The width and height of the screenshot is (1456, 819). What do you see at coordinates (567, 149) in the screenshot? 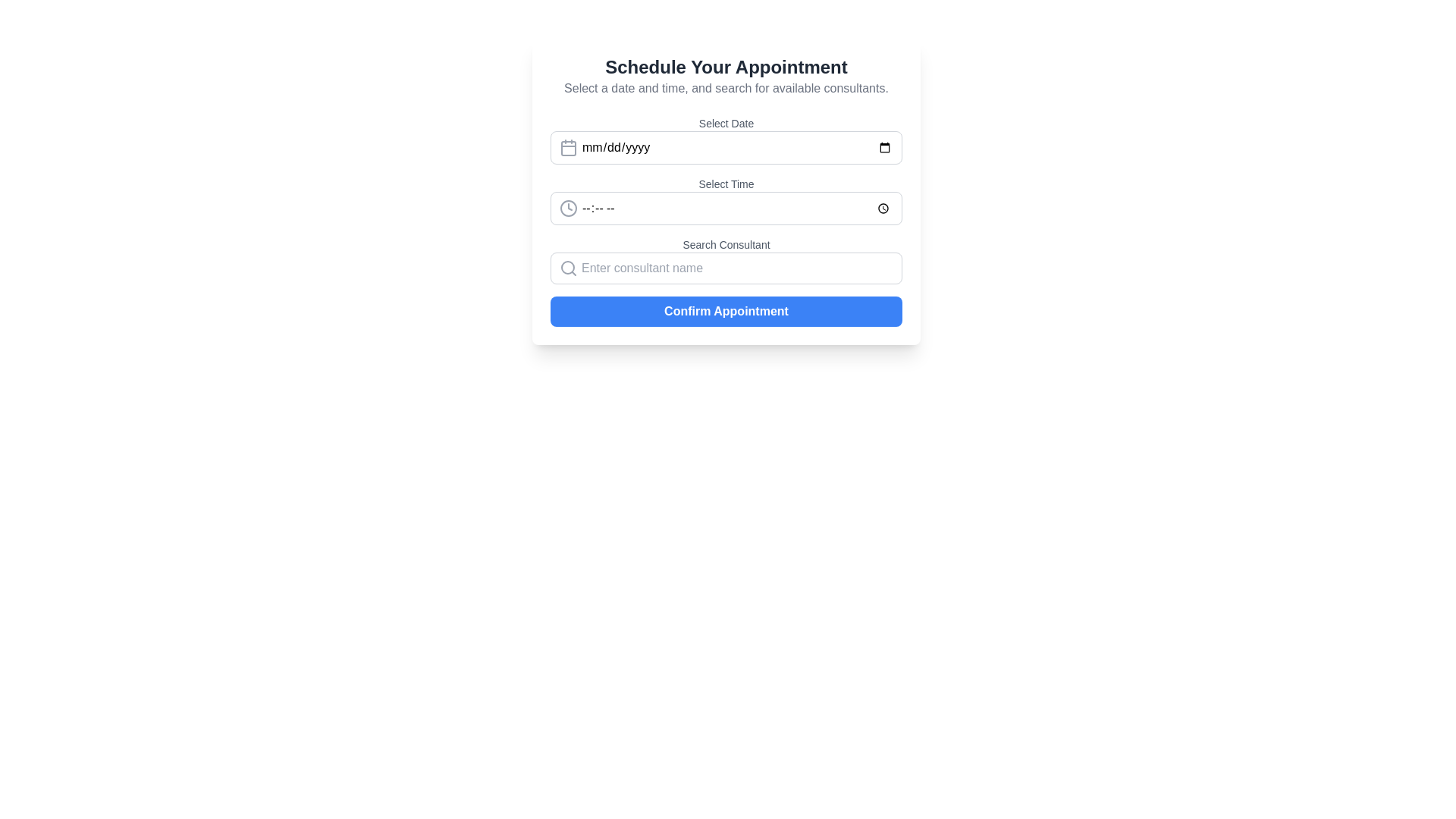
I see `the Icon component of the calendar icon, which is located to the left of the 'Select Date' text box` at bounding box center [567, 149].